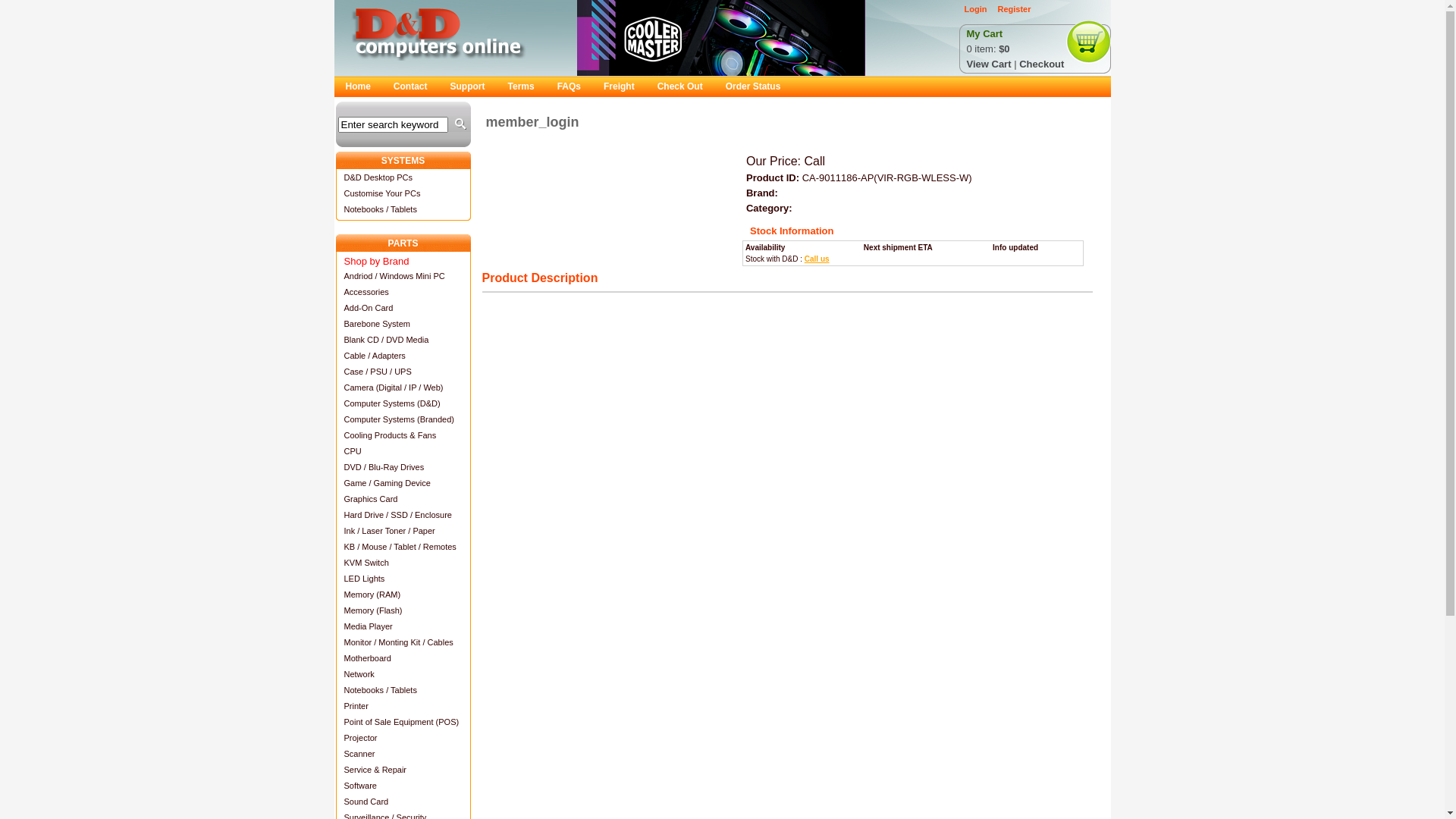 The height and width of the screenshot is (819, 1456). What do you see at coordinates (403, 800) in the screenshot?
I see `'Sound Card'` at bounding box center [403, 800].